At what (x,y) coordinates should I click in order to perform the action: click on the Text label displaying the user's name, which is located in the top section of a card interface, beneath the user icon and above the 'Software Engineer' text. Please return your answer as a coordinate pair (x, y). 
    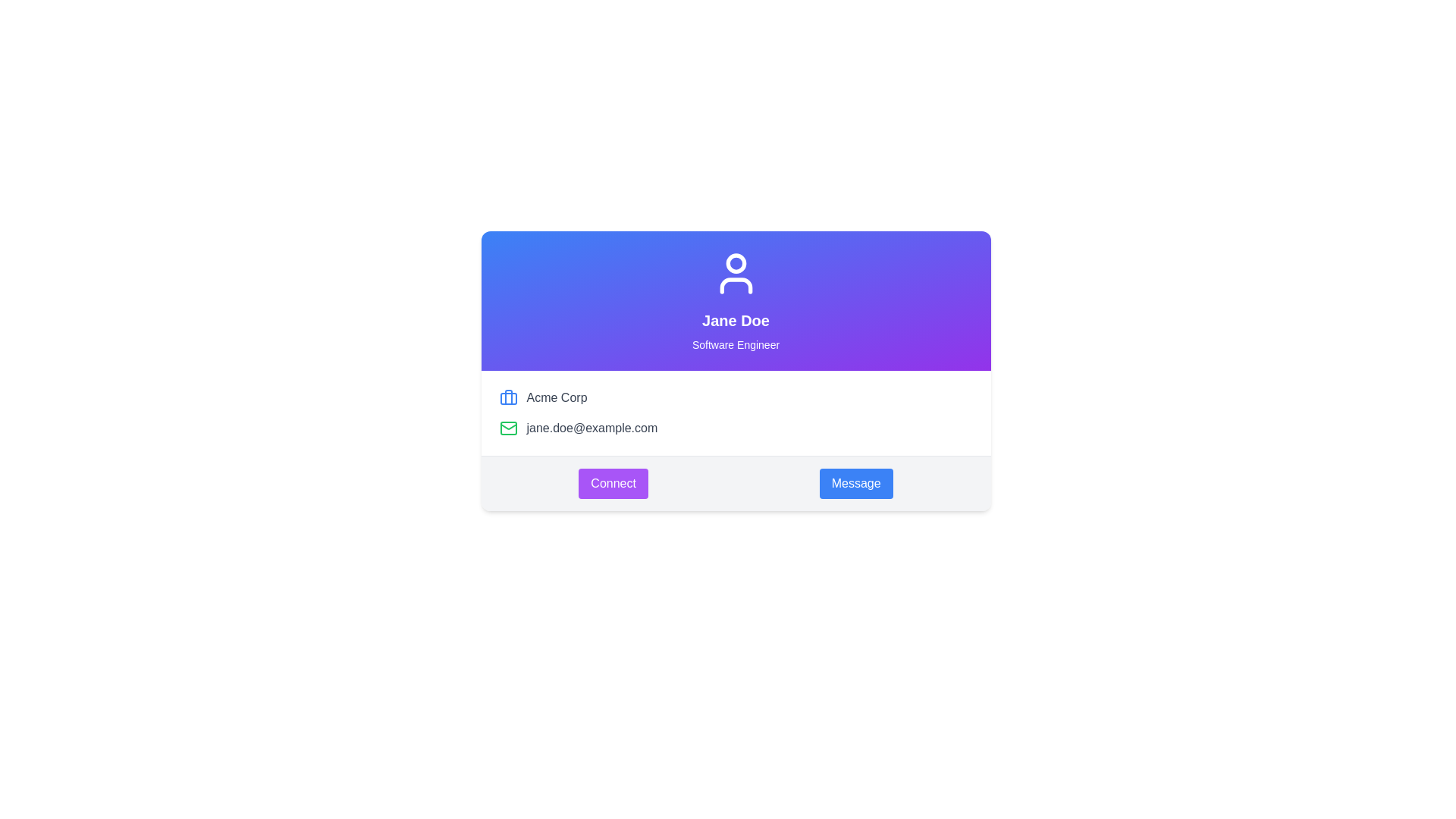
    Looking at the image, I should click on (736, 320).